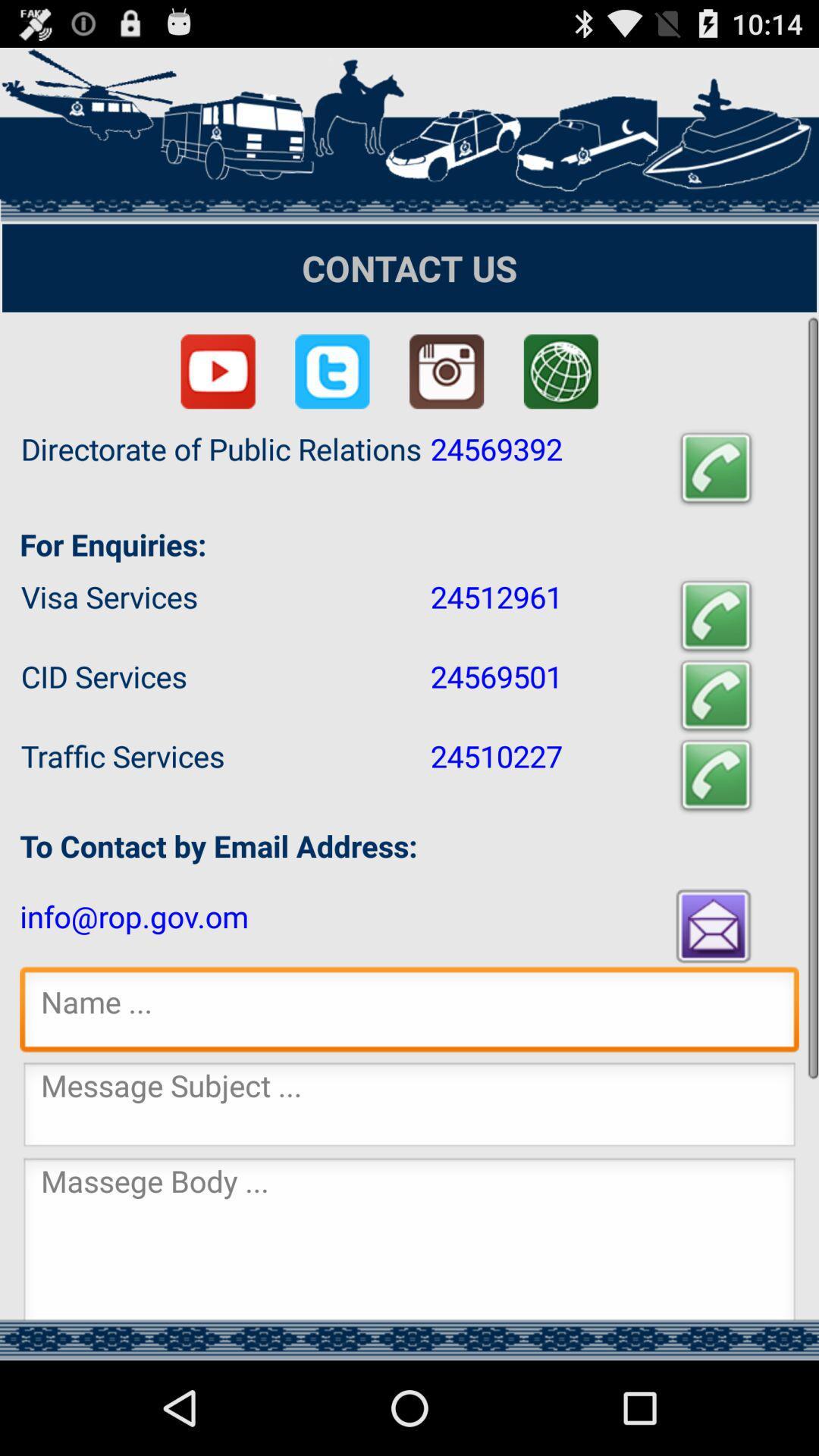 The height and width of the screenshot is (1456, 819). Describe the element at coordinates (409, 1013) in the screenshot. I see `name` at that location.